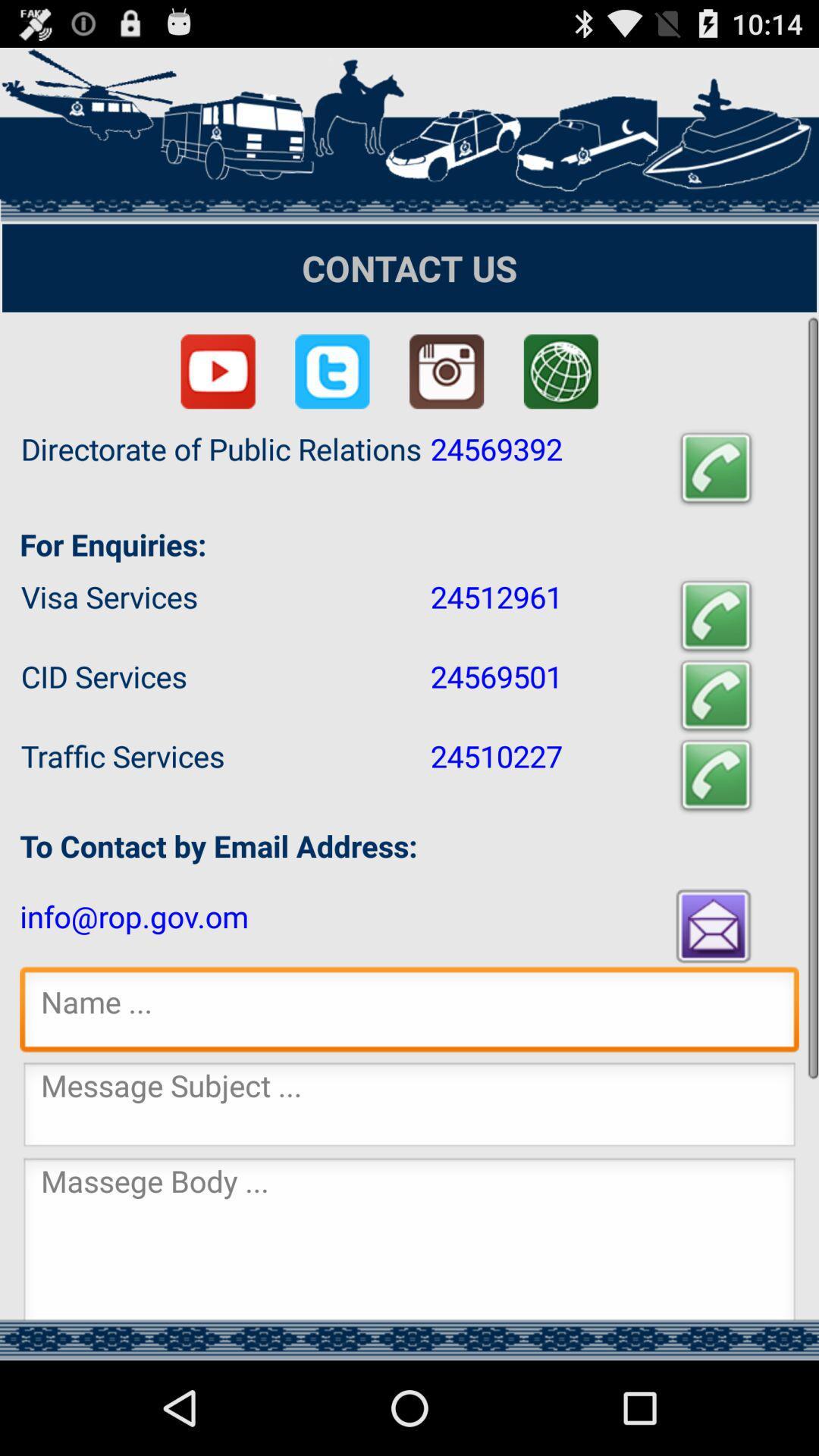 The height and width of the screenshot is (1456, 819). Describe the element at coordinates (409, 1013) in the screenshot. I see `name` at that location.